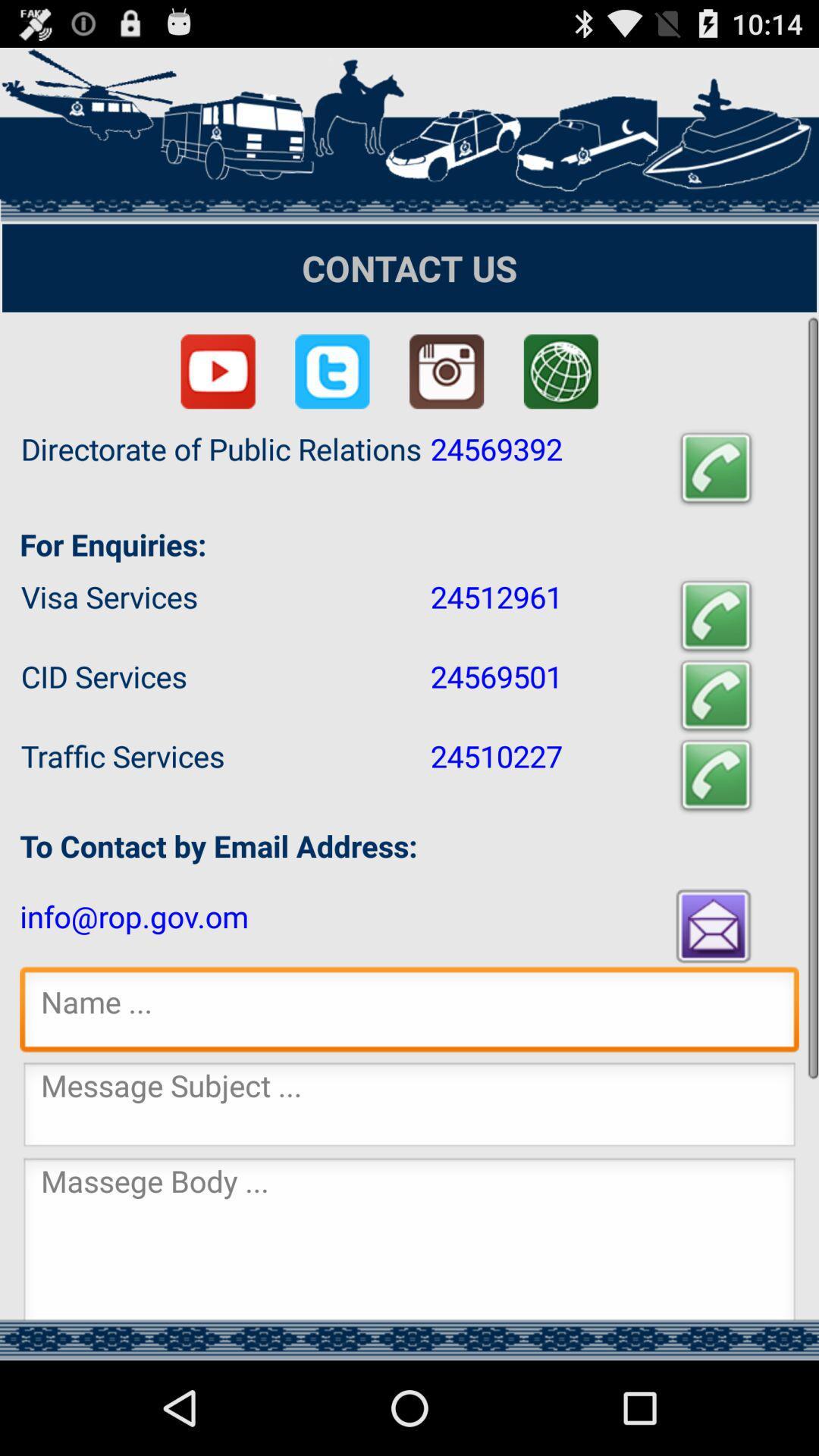 The height and width of the screenshot is (1456, 819). Describe the element at coordinates (409, 1013) in the screenshot. I see `name` at that location.